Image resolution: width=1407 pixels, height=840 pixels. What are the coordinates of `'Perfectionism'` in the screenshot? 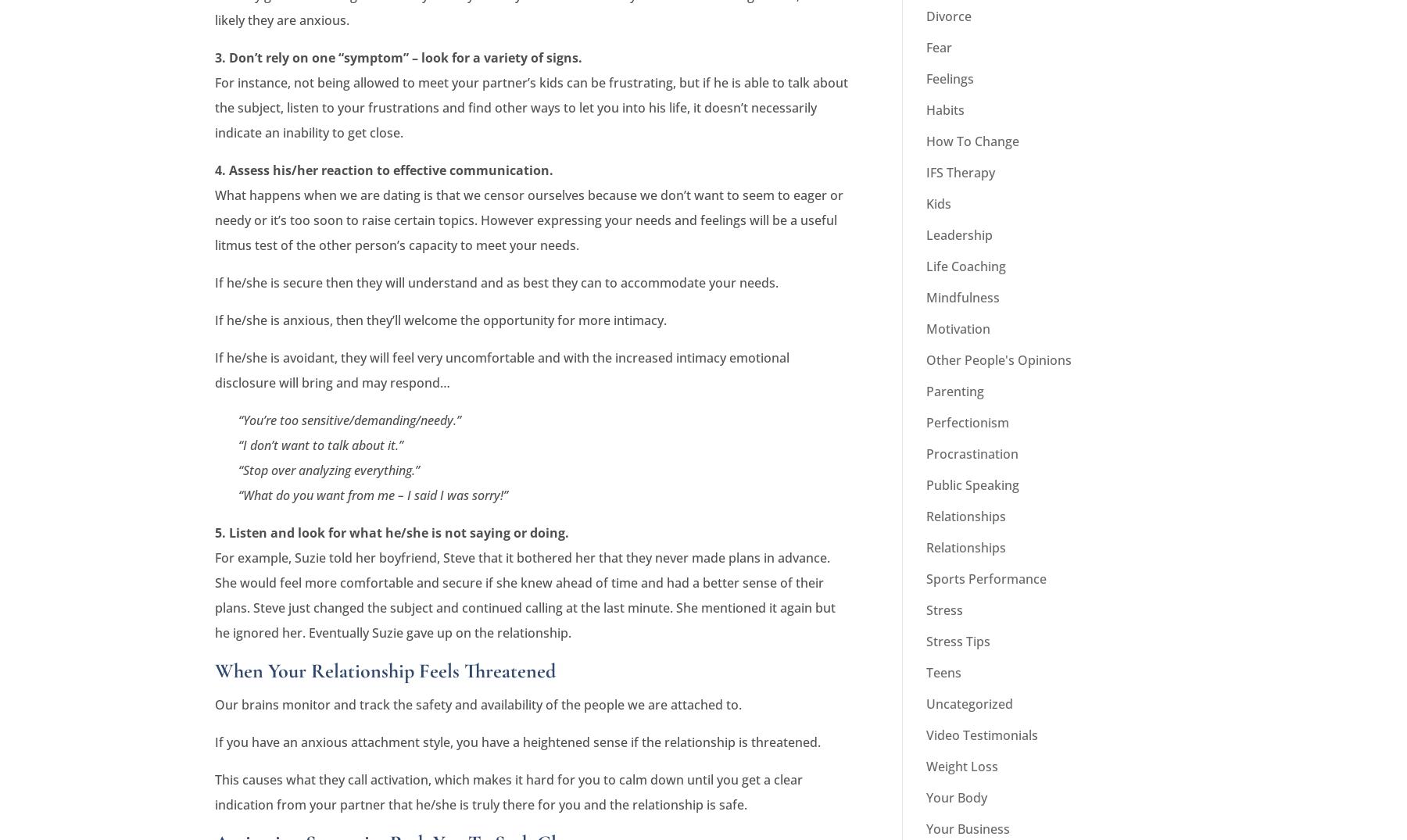 It's located at (968, 421).